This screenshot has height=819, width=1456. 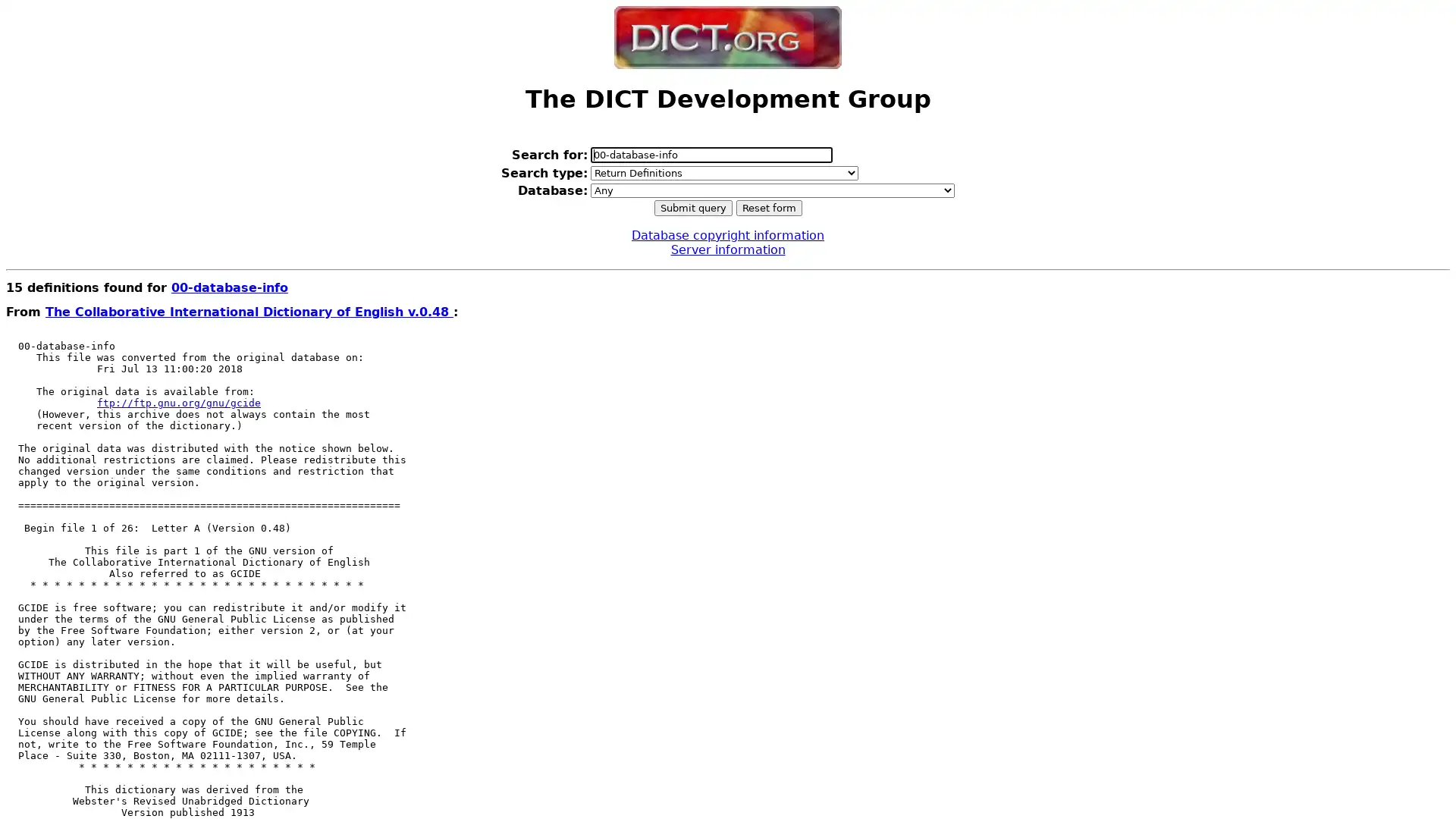 I want to click on Reset form, so click(x=768, y=207).